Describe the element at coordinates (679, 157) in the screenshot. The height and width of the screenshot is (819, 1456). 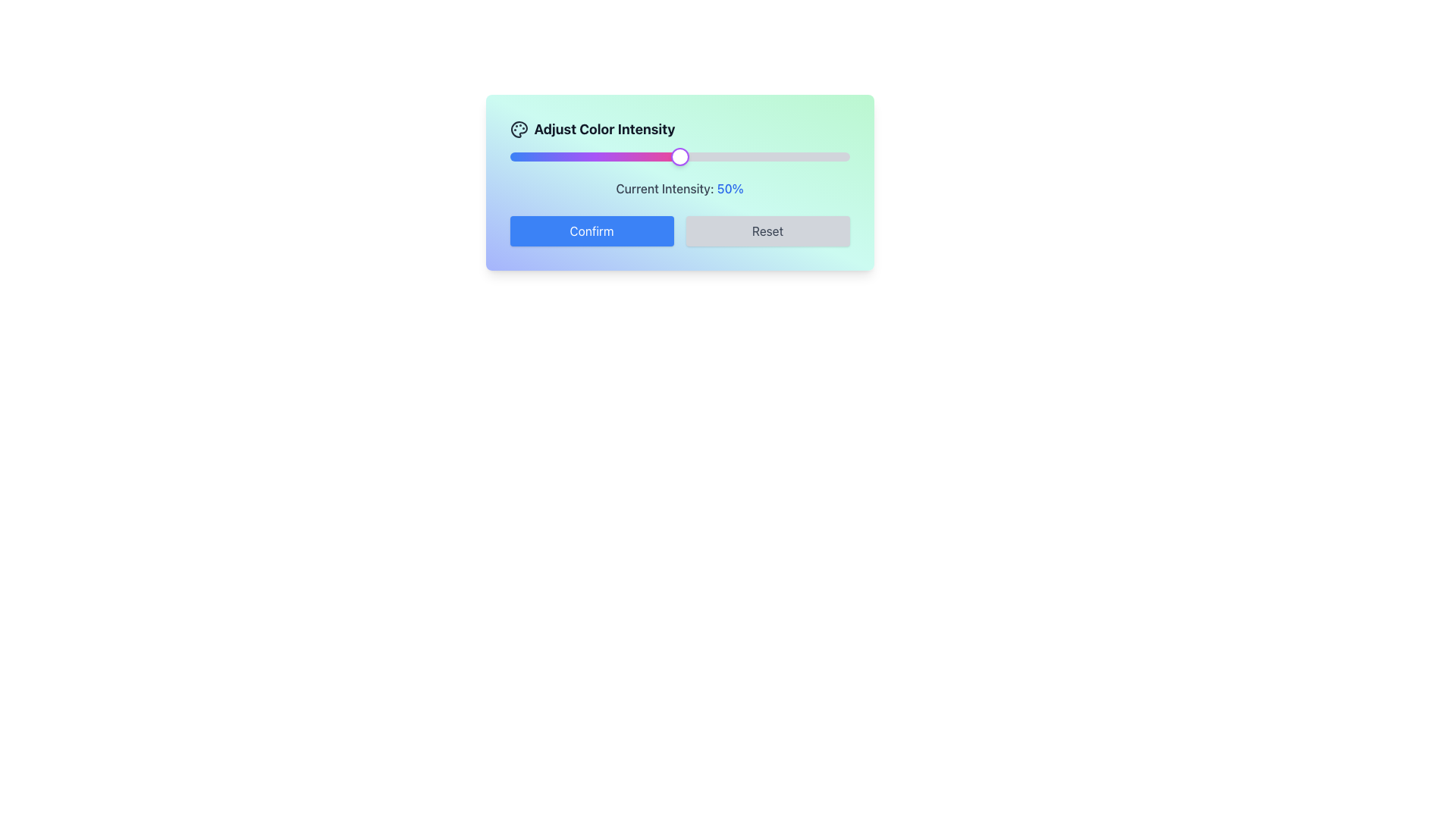
I see `the intensity` at that location.